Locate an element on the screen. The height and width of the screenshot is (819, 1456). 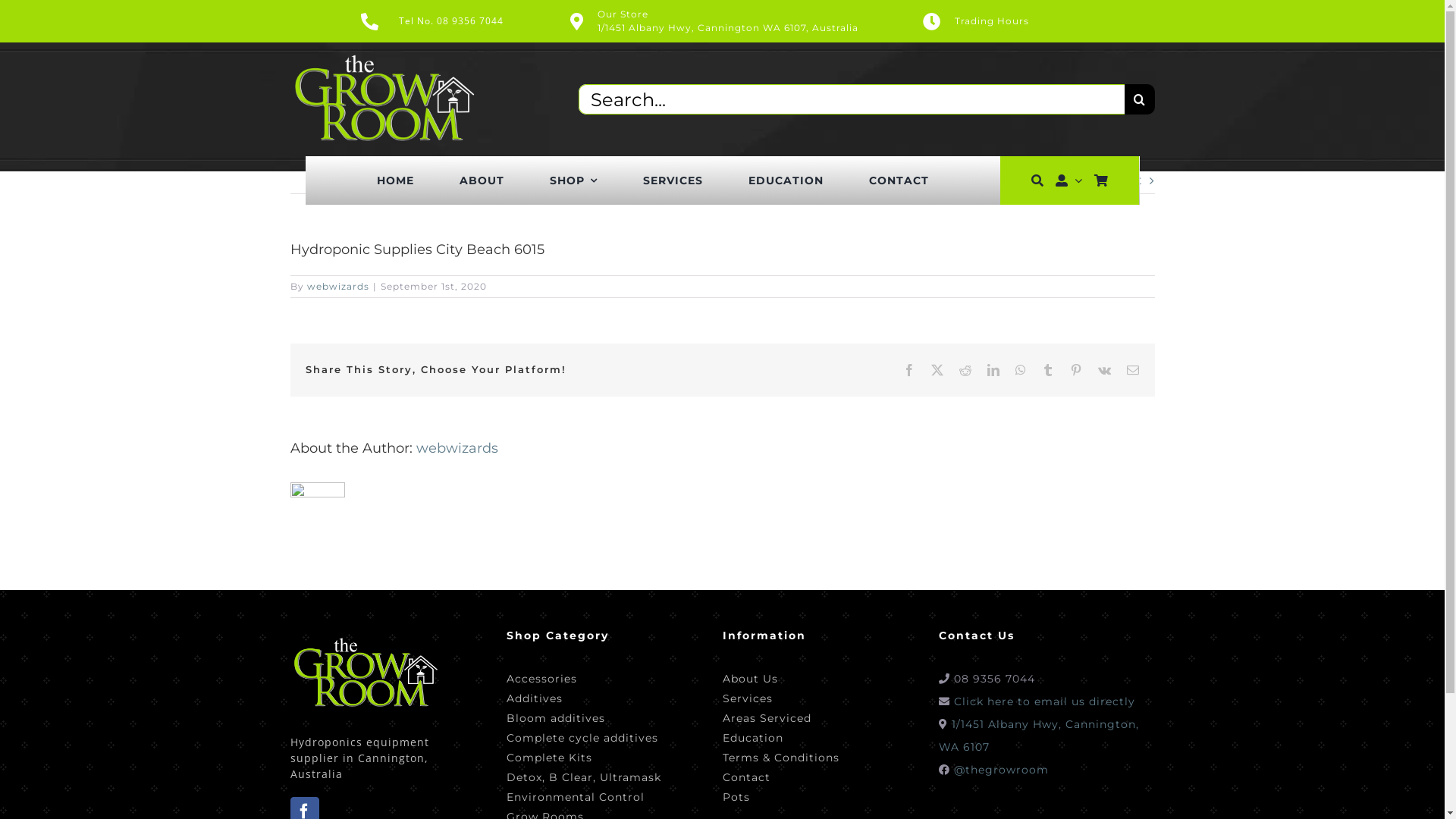
'Additives' is located at coordinates (506, 696).